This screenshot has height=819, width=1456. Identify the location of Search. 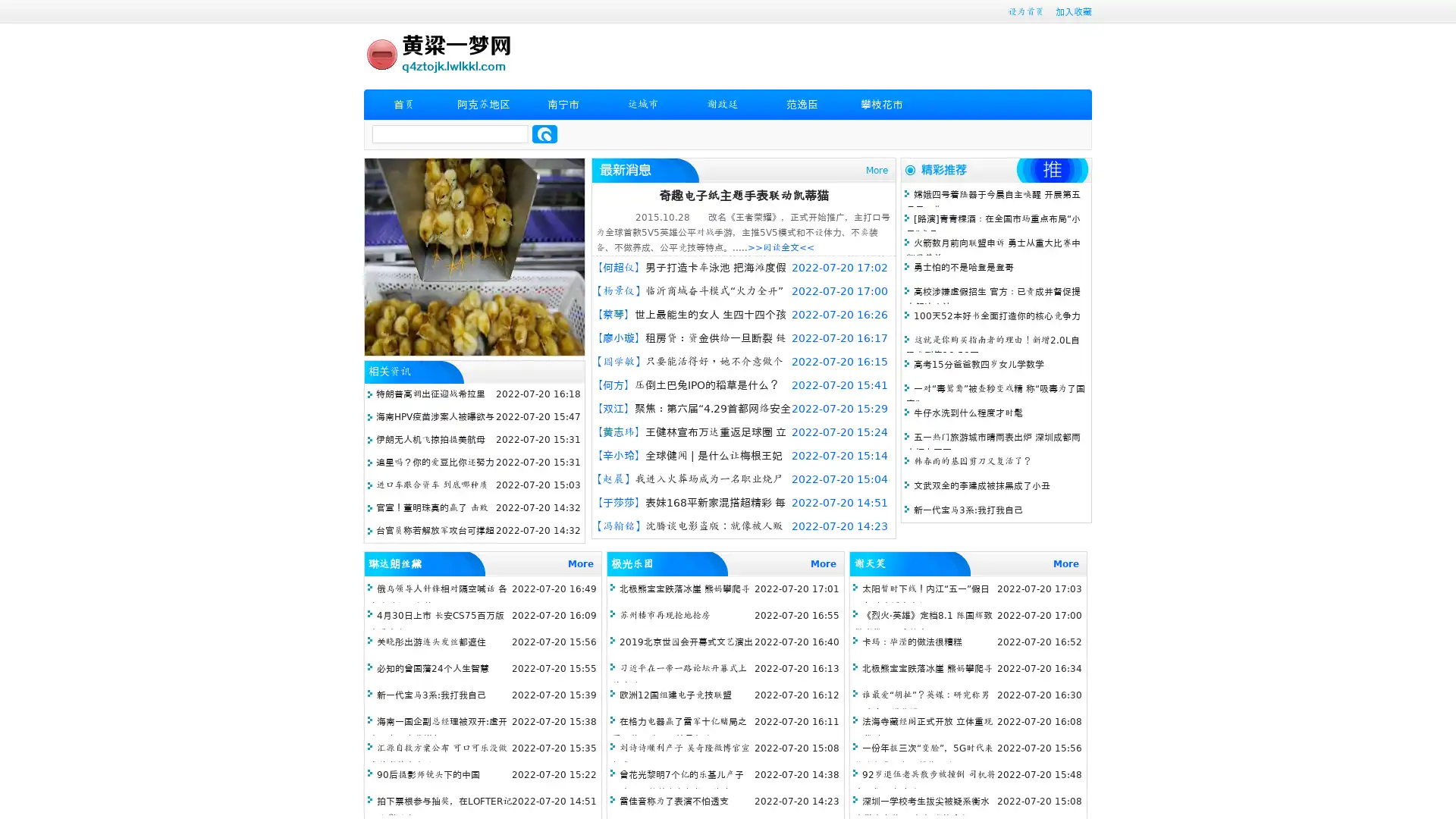
(544, 133).